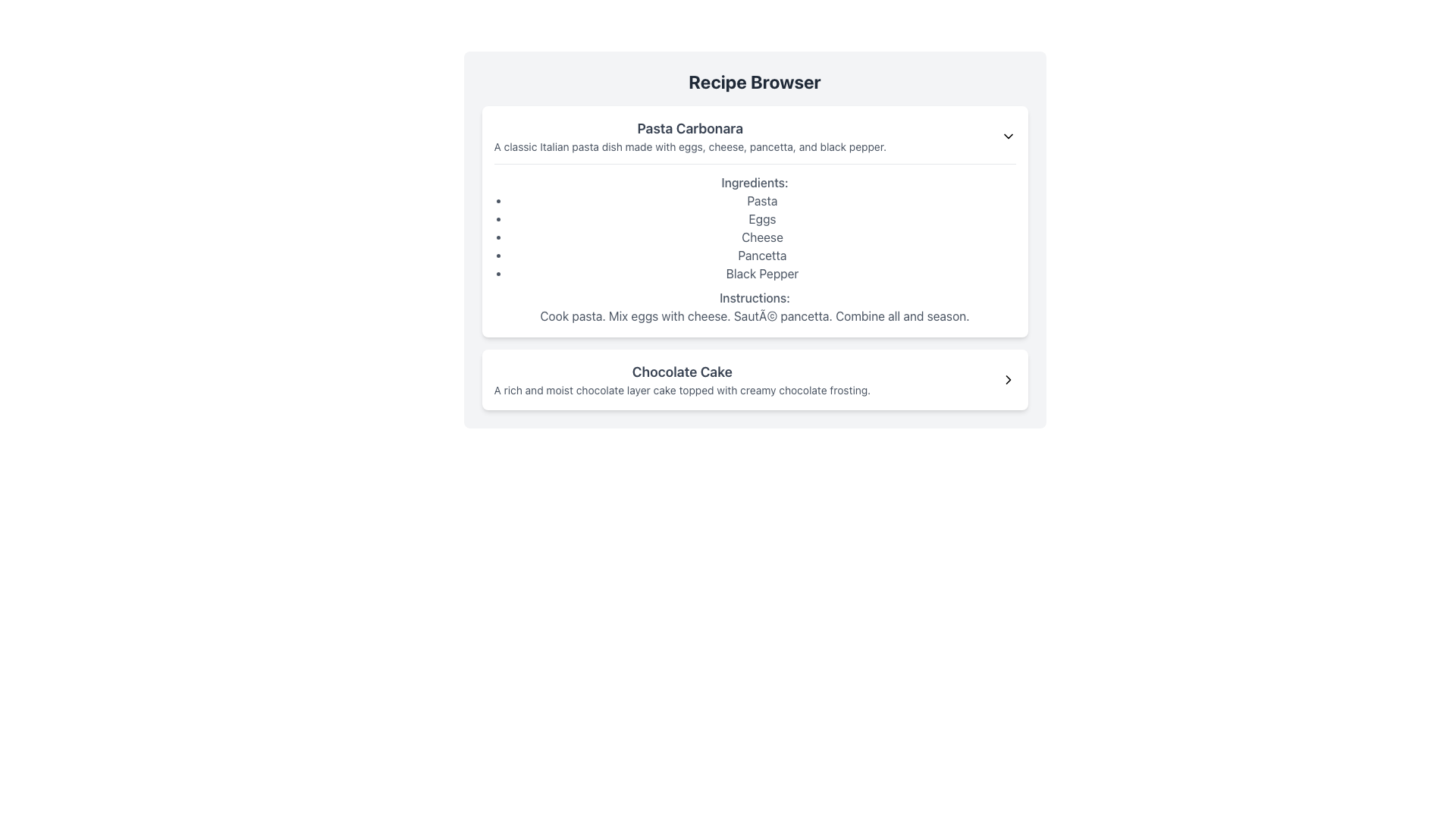 This screenshot has height=819, width=1456. I want to click on static text description located directly beneath the bold title 'Pasta Carbonara' in the 'Recipe Browser' content box, so click(689, 146).